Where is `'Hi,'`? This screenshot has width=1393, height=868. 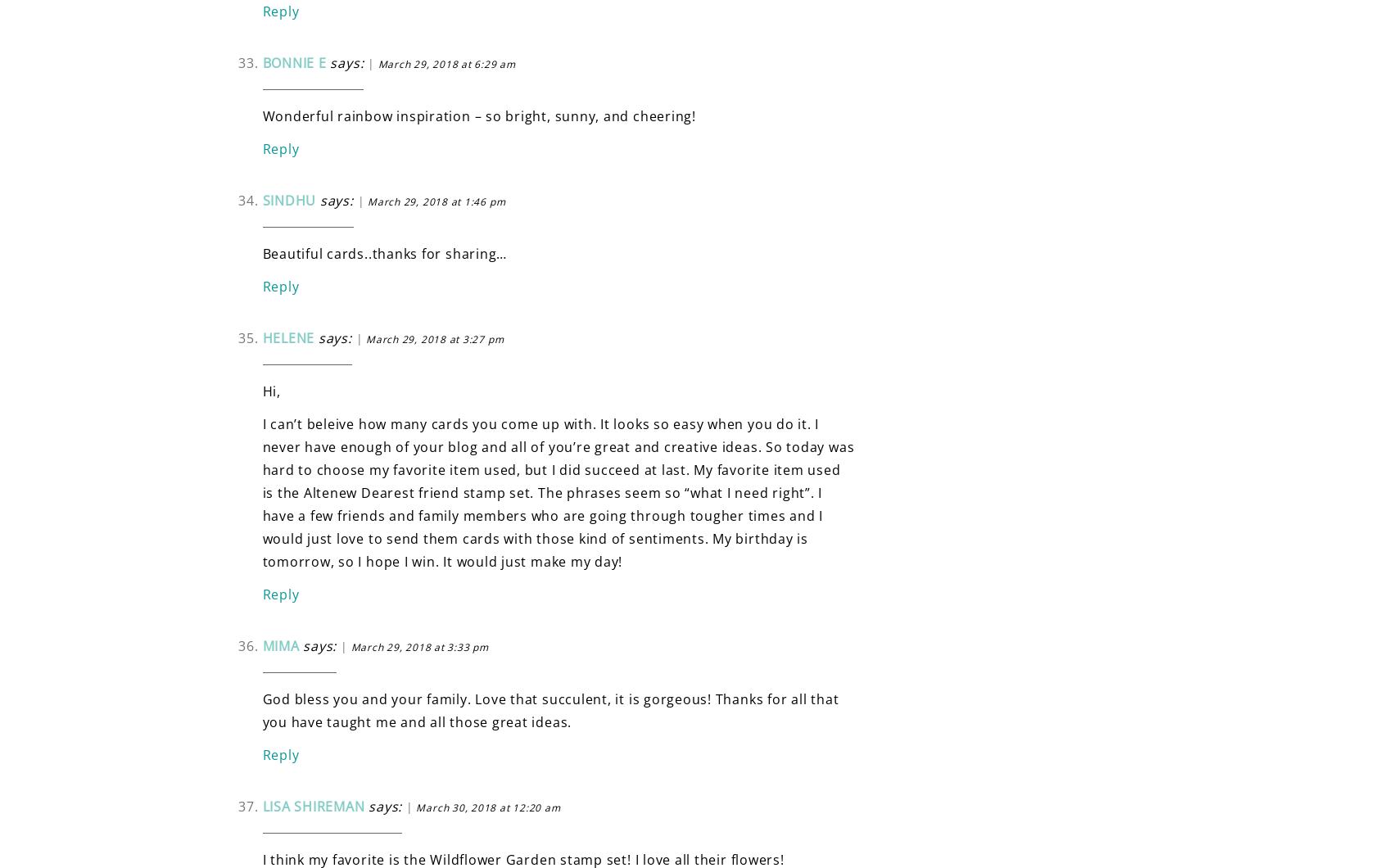 'Hi,' is located at coordinates (261, 390).